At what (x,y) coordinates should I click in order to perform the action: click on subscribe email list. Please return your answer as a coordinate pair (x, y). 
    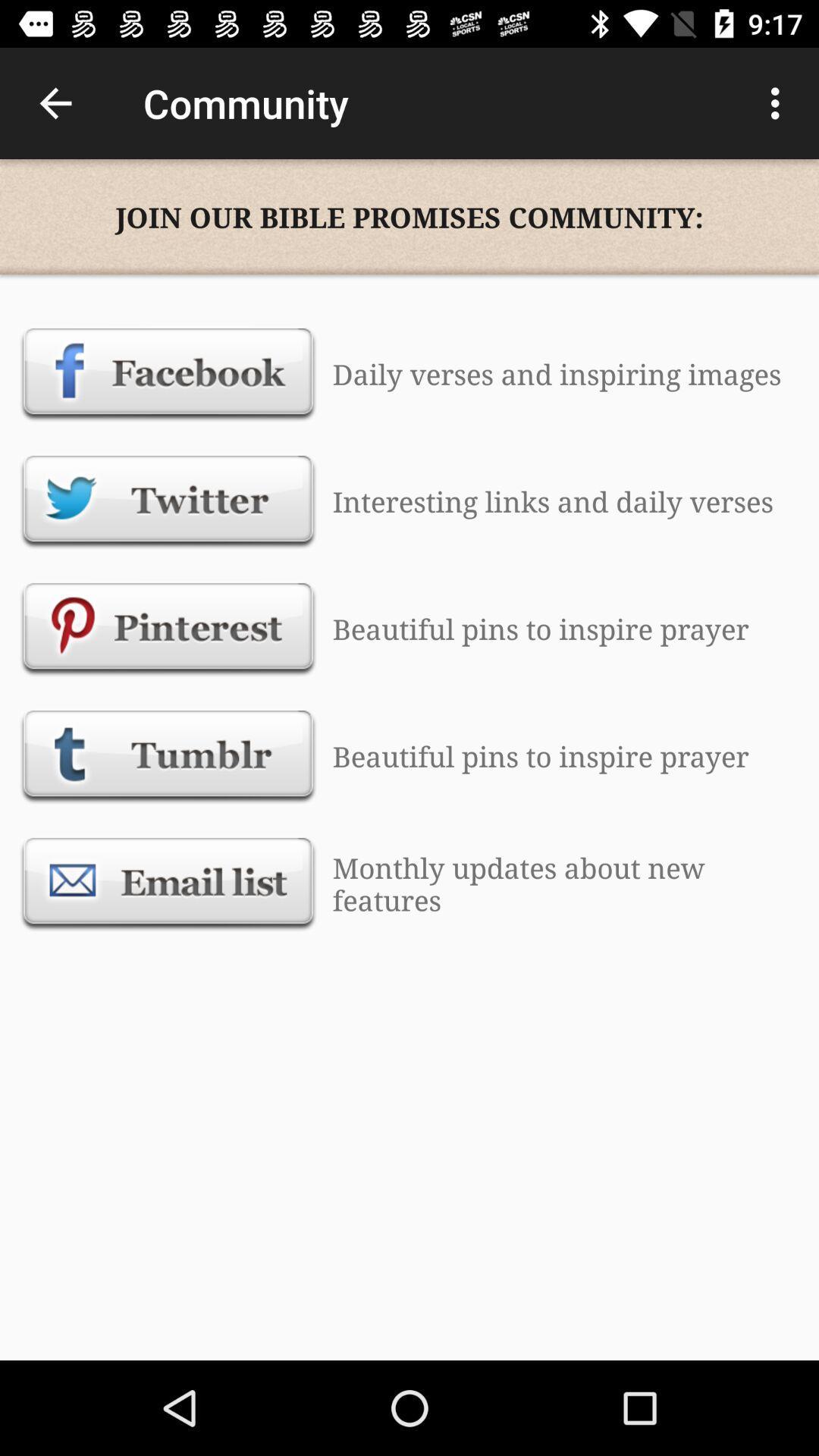
    Looking at the image, I should click on (168, 883).